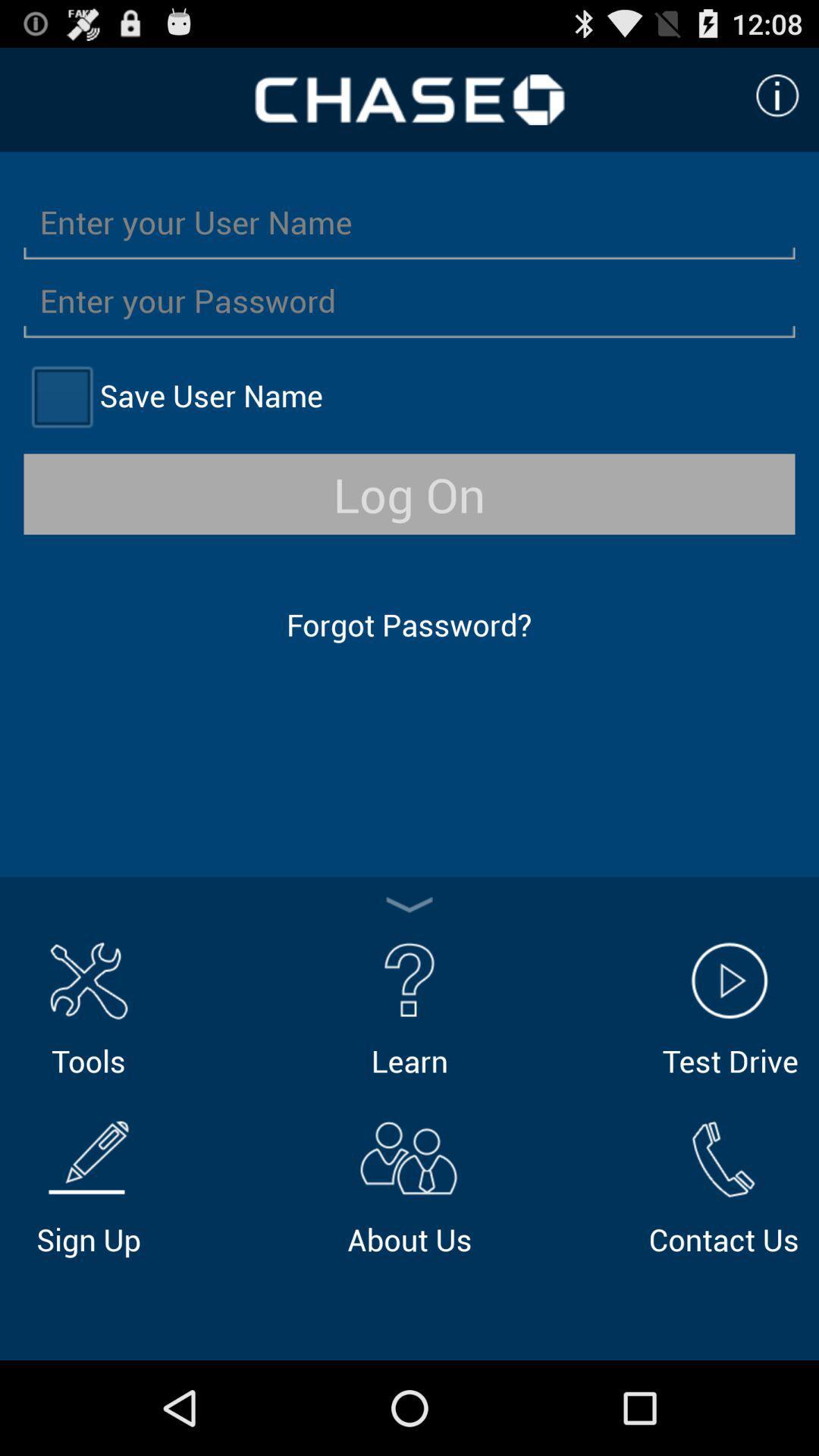  I want to click on the item next to the test drive, so click(409, 1006).